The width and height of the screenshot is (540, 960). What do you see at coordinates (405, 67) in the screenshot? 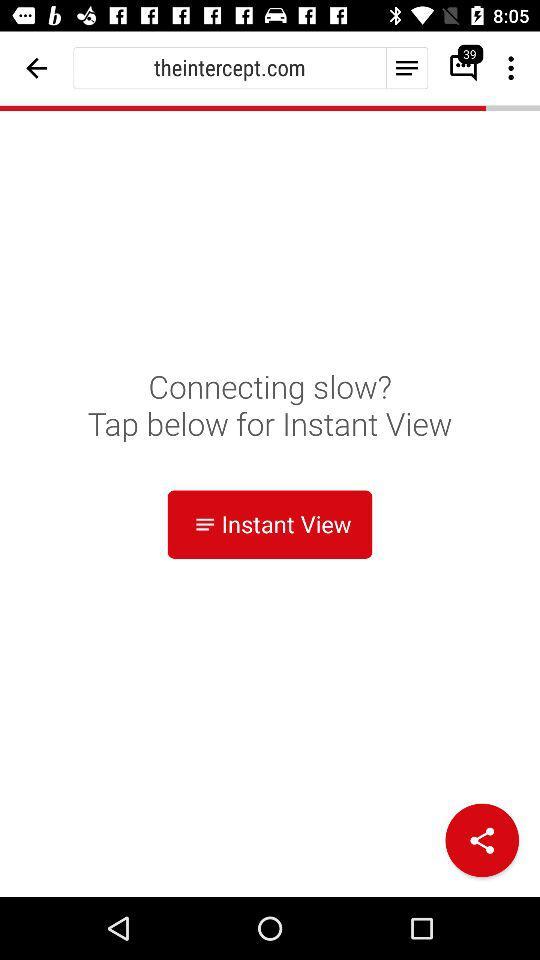
I see `the icon just to the left of message icon` at bounding box center [405, 67].